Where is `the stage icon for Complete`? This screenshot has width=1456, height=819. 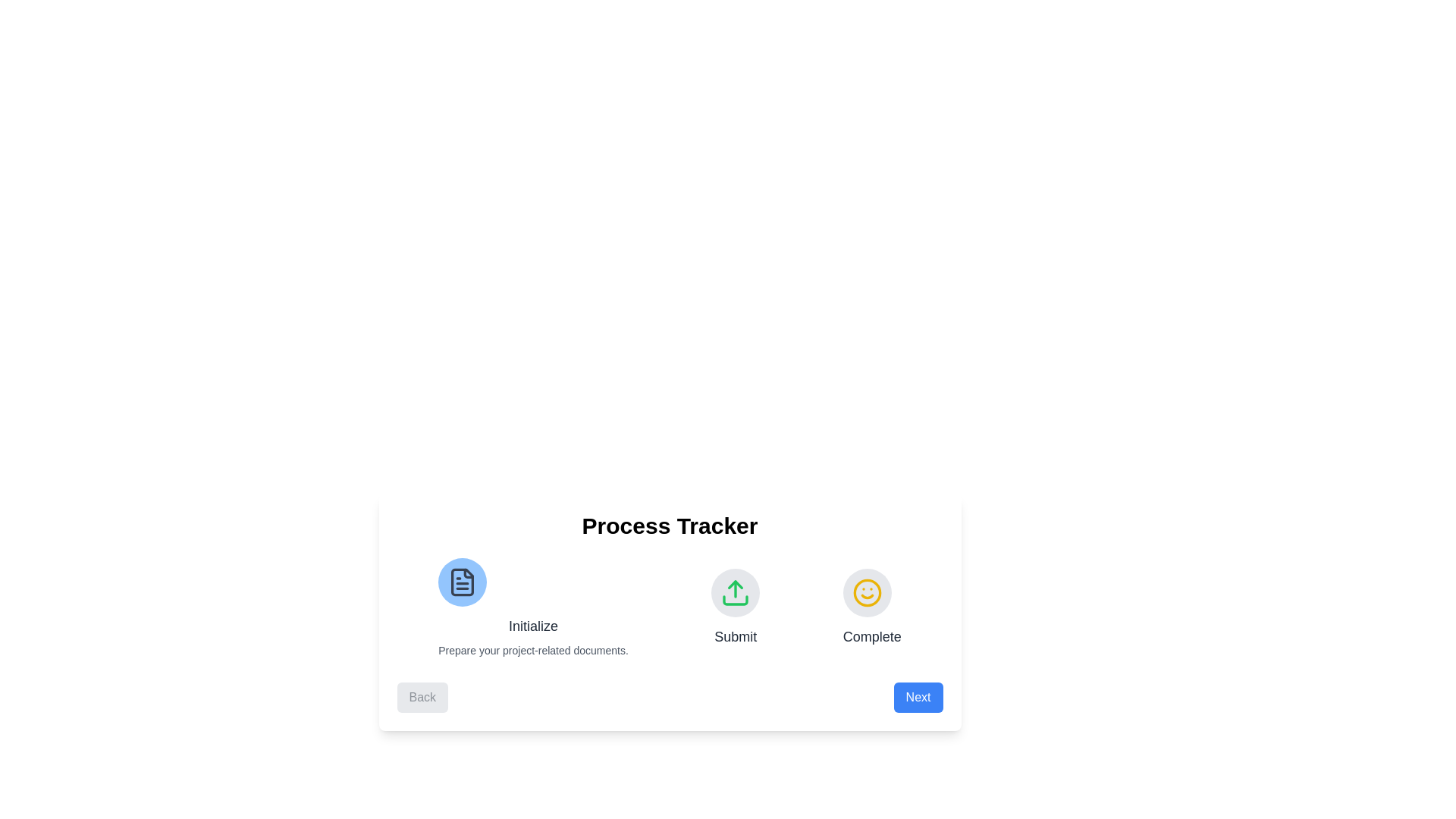 the stage icon for Complete is located at coordinates (867, 592).